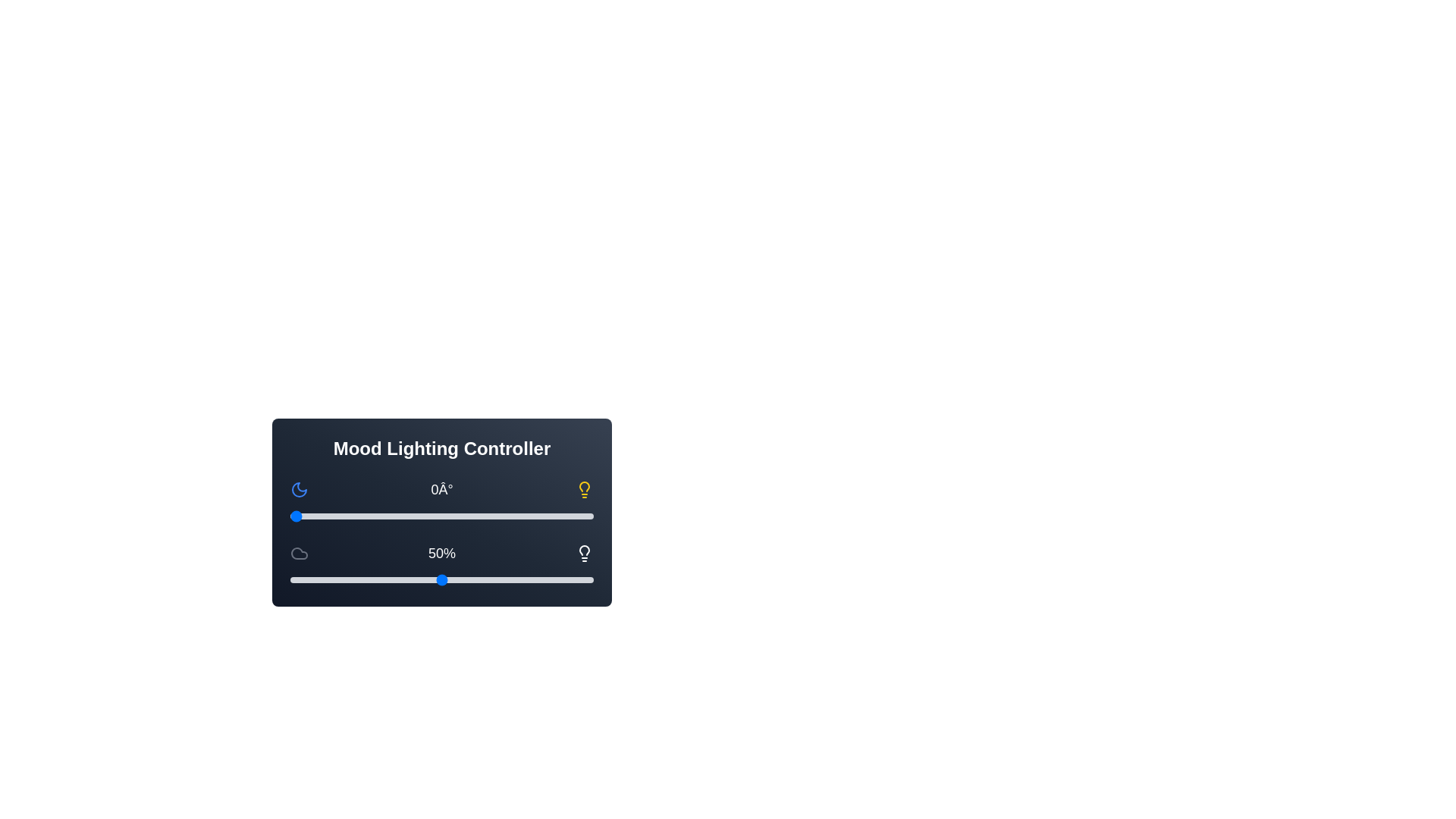  What do you see at coordinates (505, 516) in the screenshot?
I see `the hue slider to 255 degrees` at bounding box center [505, 516].